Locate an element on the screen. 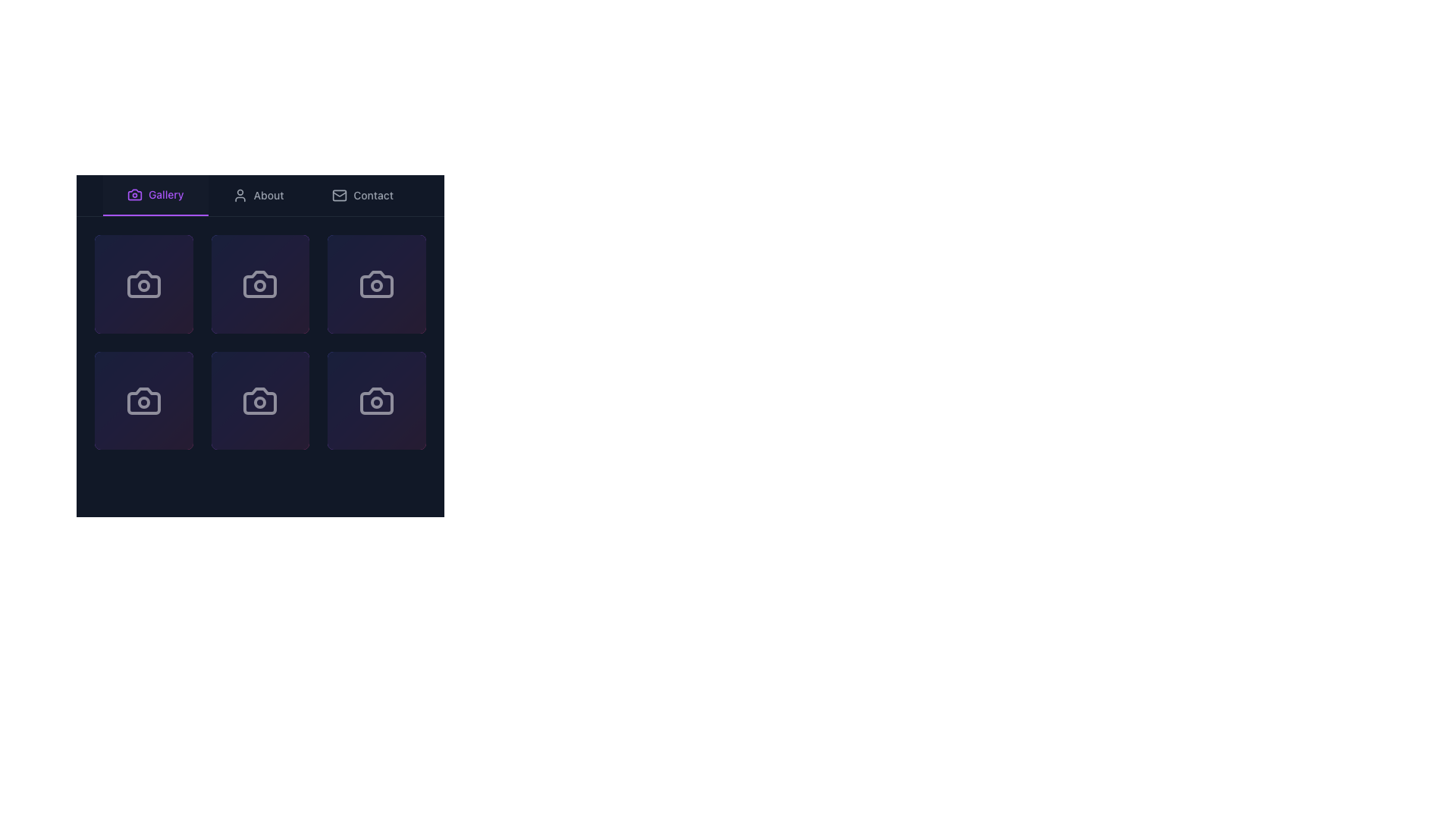 The height and width of the screenshot is (819, 1456). the camera icon silhouette, which is the outer shape of a camera in the second row and second column of a 2x3 grid of icons is located at coordinates (260, 400).